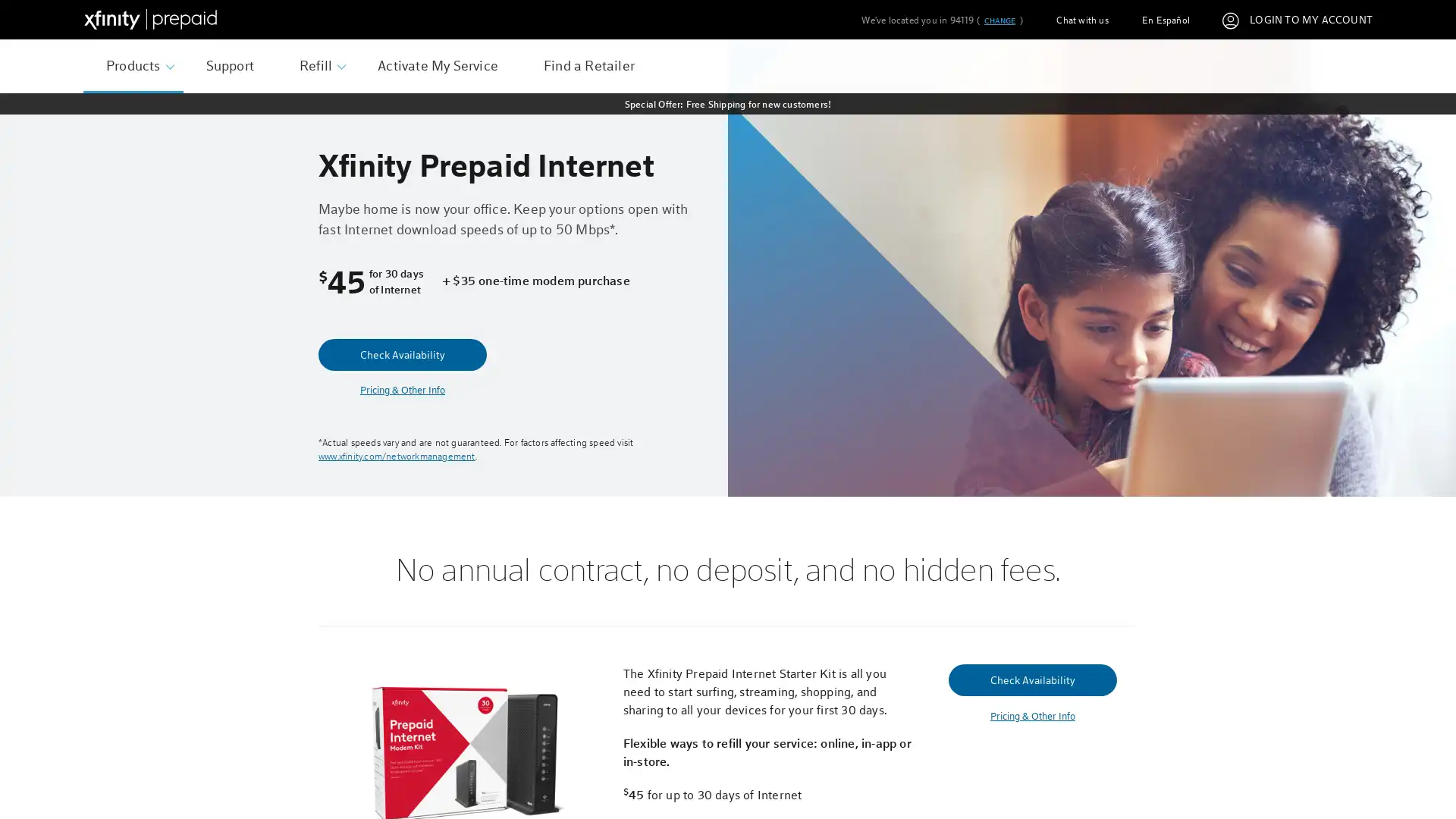 This screenshot has height=819, width=1456. What do you see at coordinates (1031, 678) in the screenshot?
I see `Check Availability` at bounding box center [1031, 678].